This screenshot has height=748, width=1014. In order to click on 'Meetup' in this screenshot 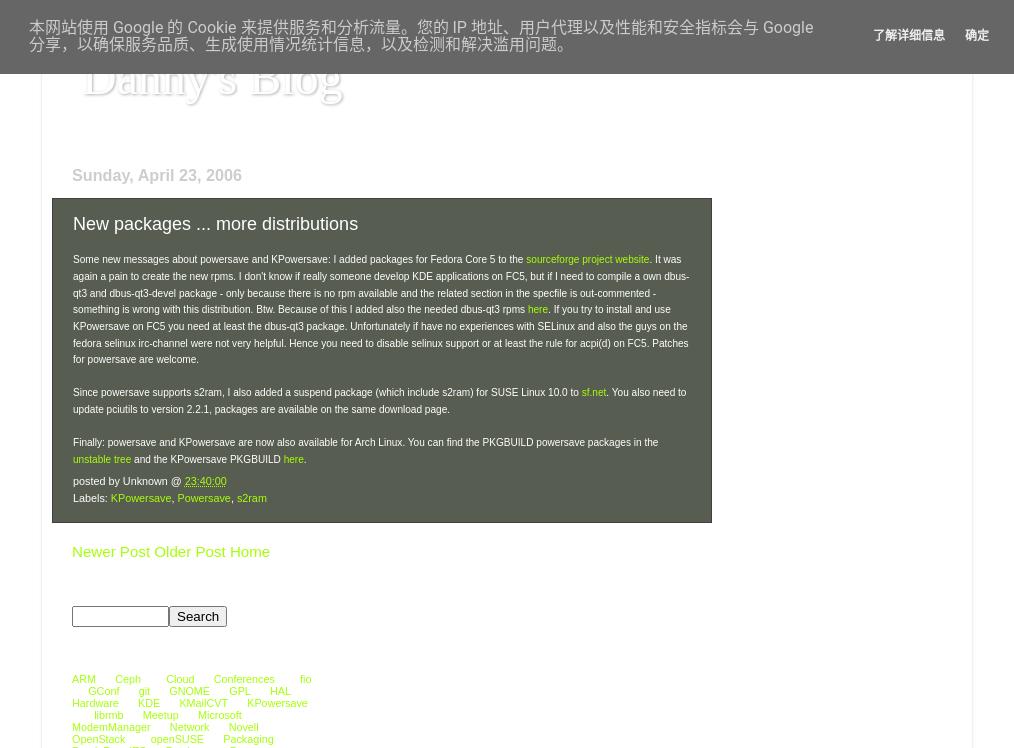, I will do `click(160, 714)`.